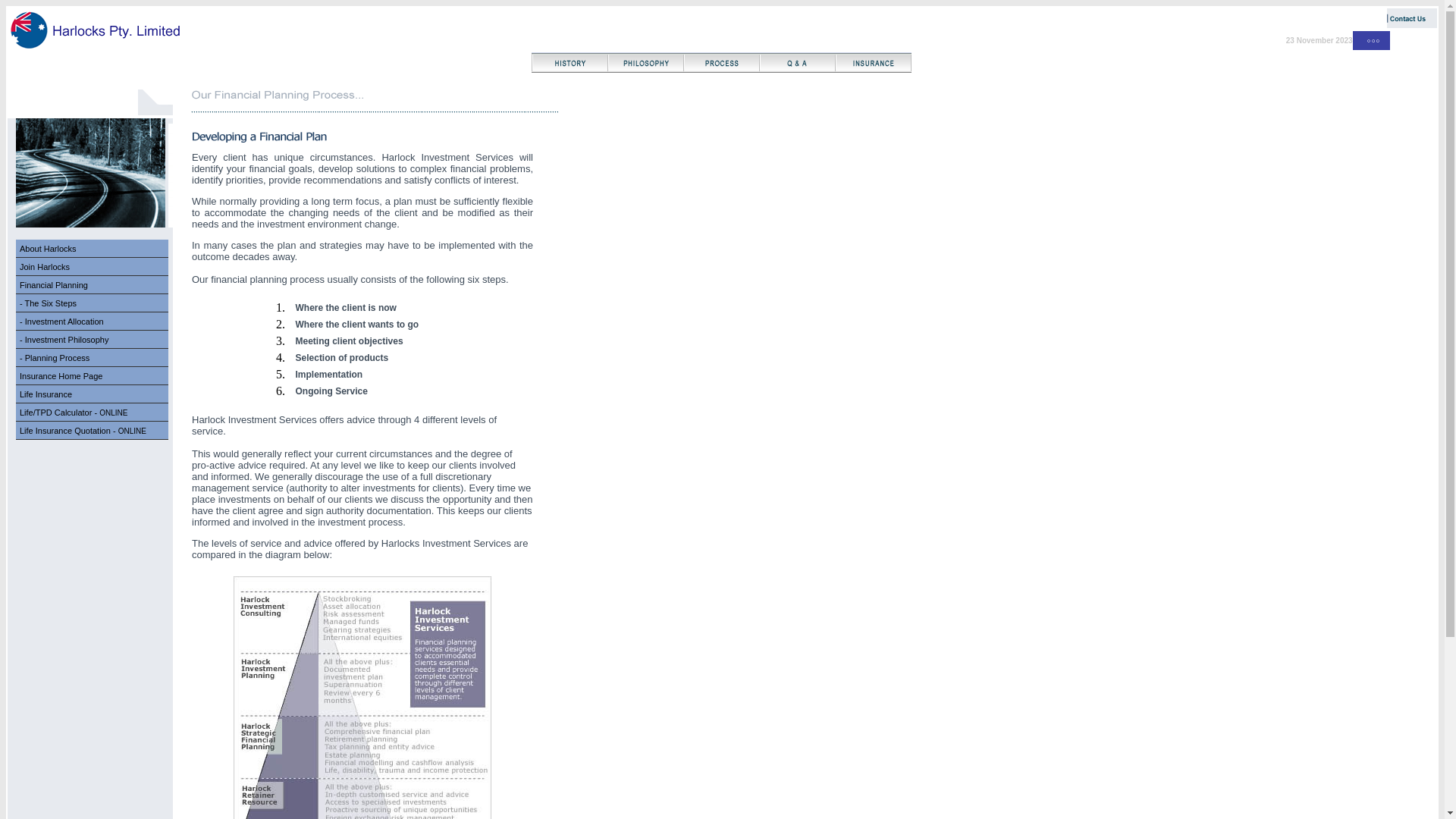 Image resolution: width=1456 pixels, height=819 pixels. What do you see at coordinates (45, 394) in the screenshot?
I see `'Life Insurance'` at bounding box center [45, 394].